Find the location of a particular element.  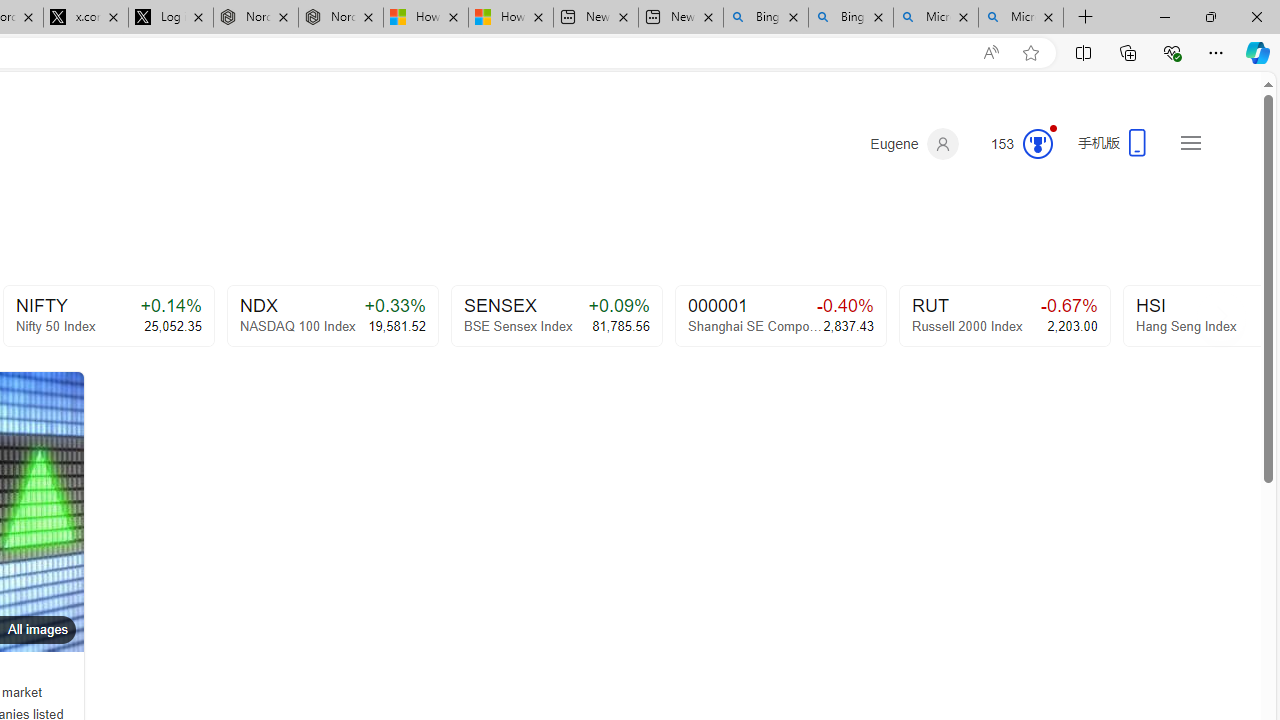

'Log in to X / X' is located at coordinates (170, 17).